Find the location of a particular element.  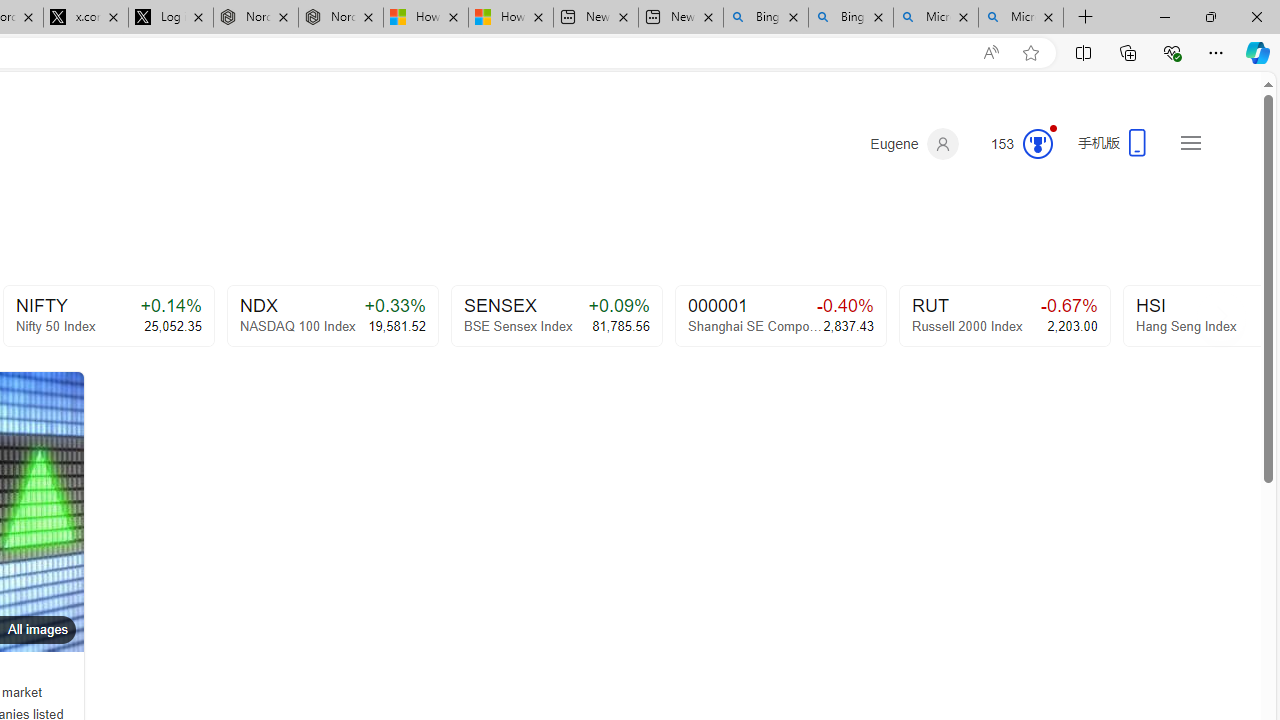

'Log in to X / X' is located at coordinates (170, 17).